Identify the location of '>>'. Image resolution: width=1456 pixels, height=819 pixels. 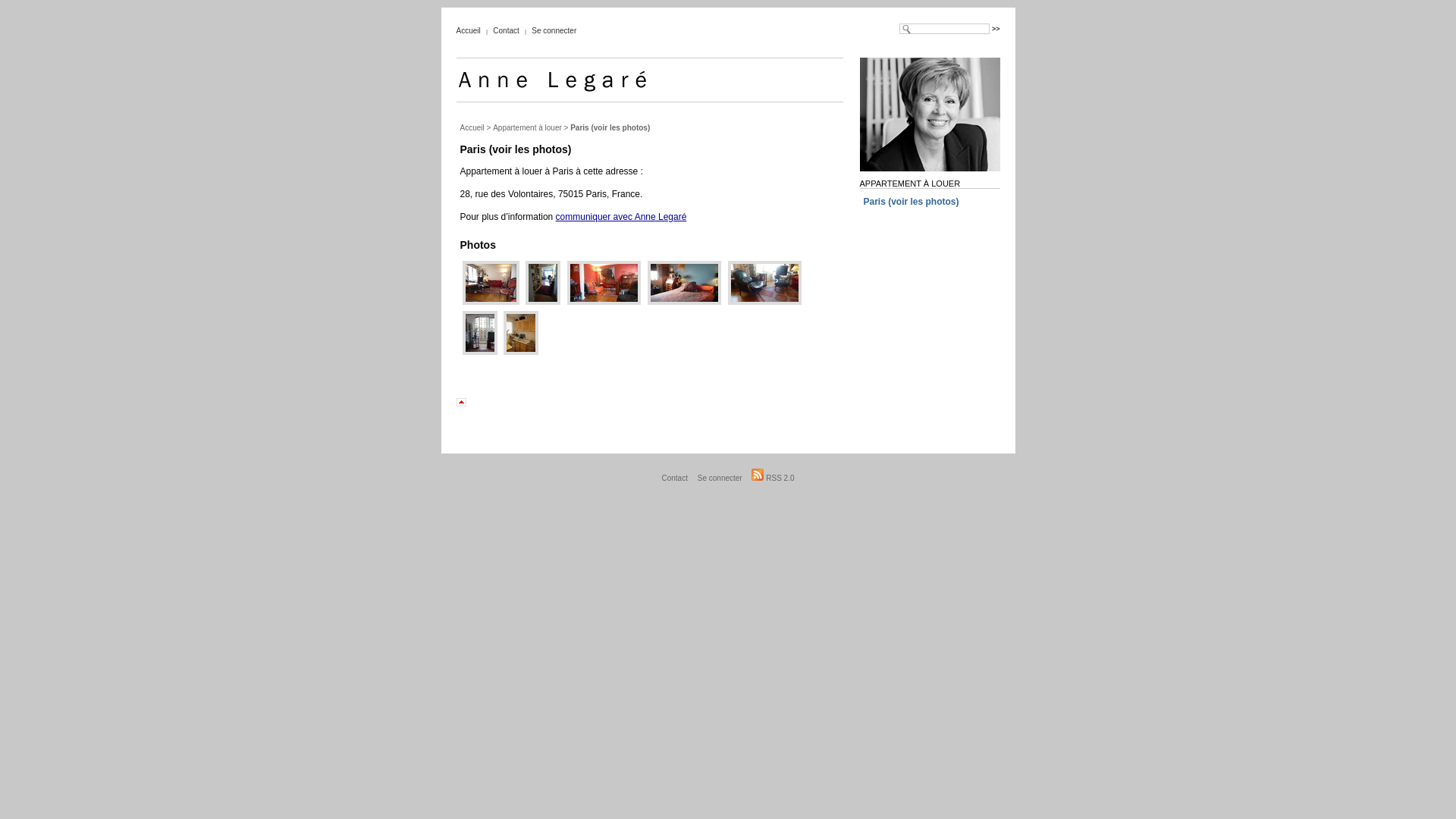
(996, 29).